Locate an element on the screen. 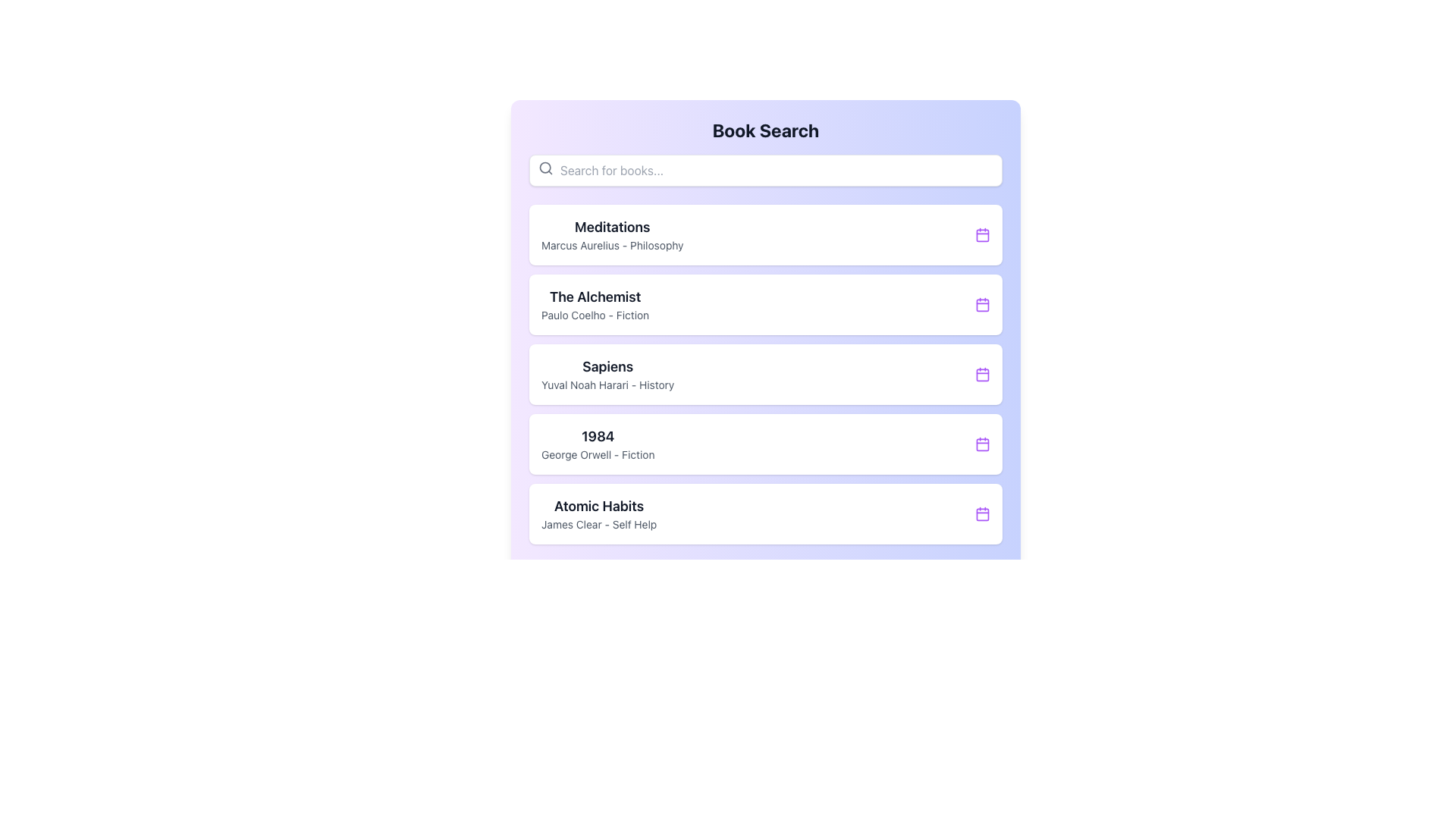 Image resolution: width=1456 pixels, height=819 pixels. the 'Meditations' text block element is located at coordinates (612, 234).